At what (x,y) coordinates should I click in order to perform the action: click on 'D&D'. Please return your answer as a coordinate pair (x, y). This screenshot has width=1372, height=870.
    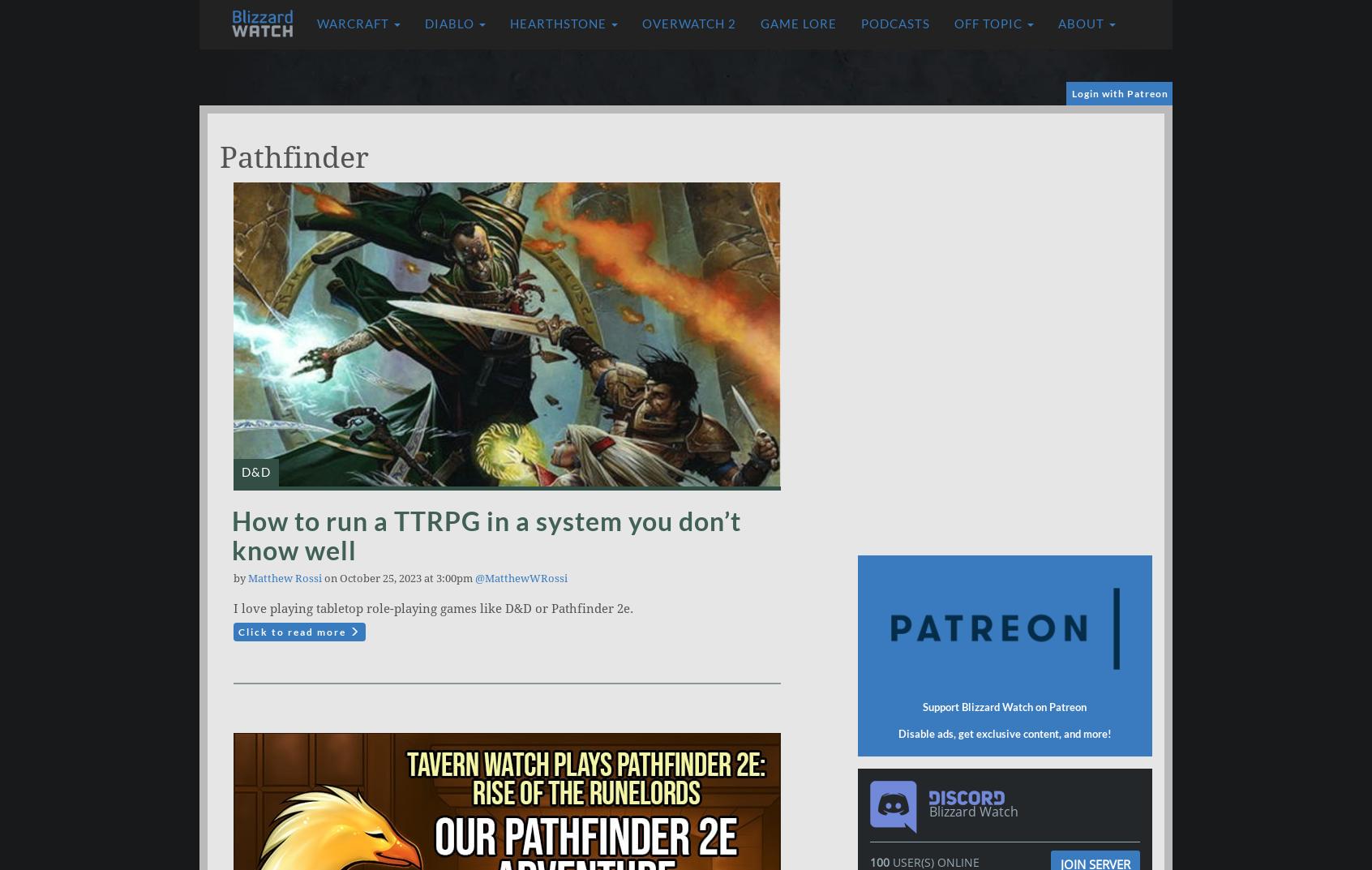
    Looking at the image, I should click on (255, 472).